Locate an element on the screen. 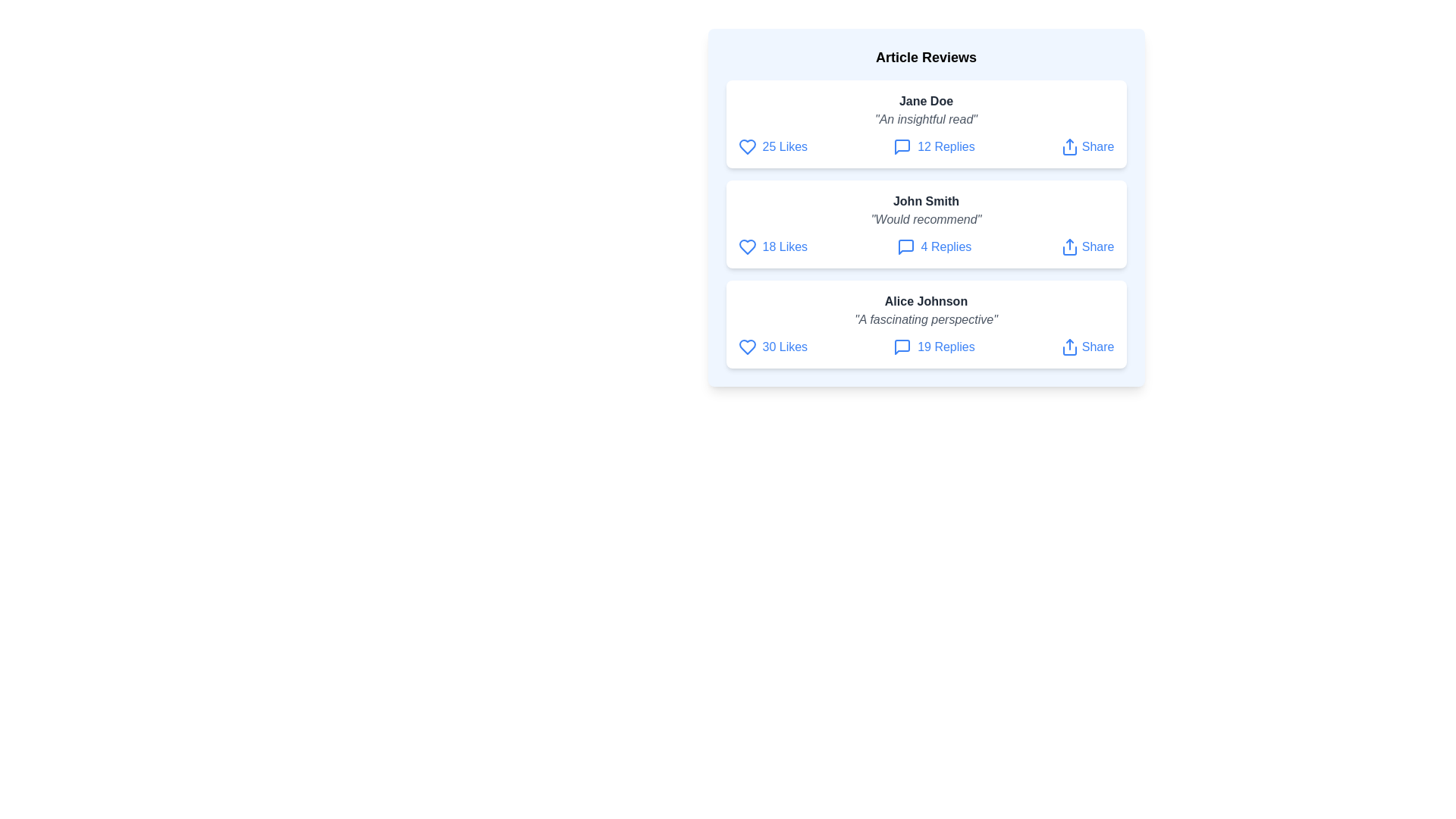 This screenshot has height=819, width=1456. like button for the review authored by John Smith is located at coordinates (747, 246).